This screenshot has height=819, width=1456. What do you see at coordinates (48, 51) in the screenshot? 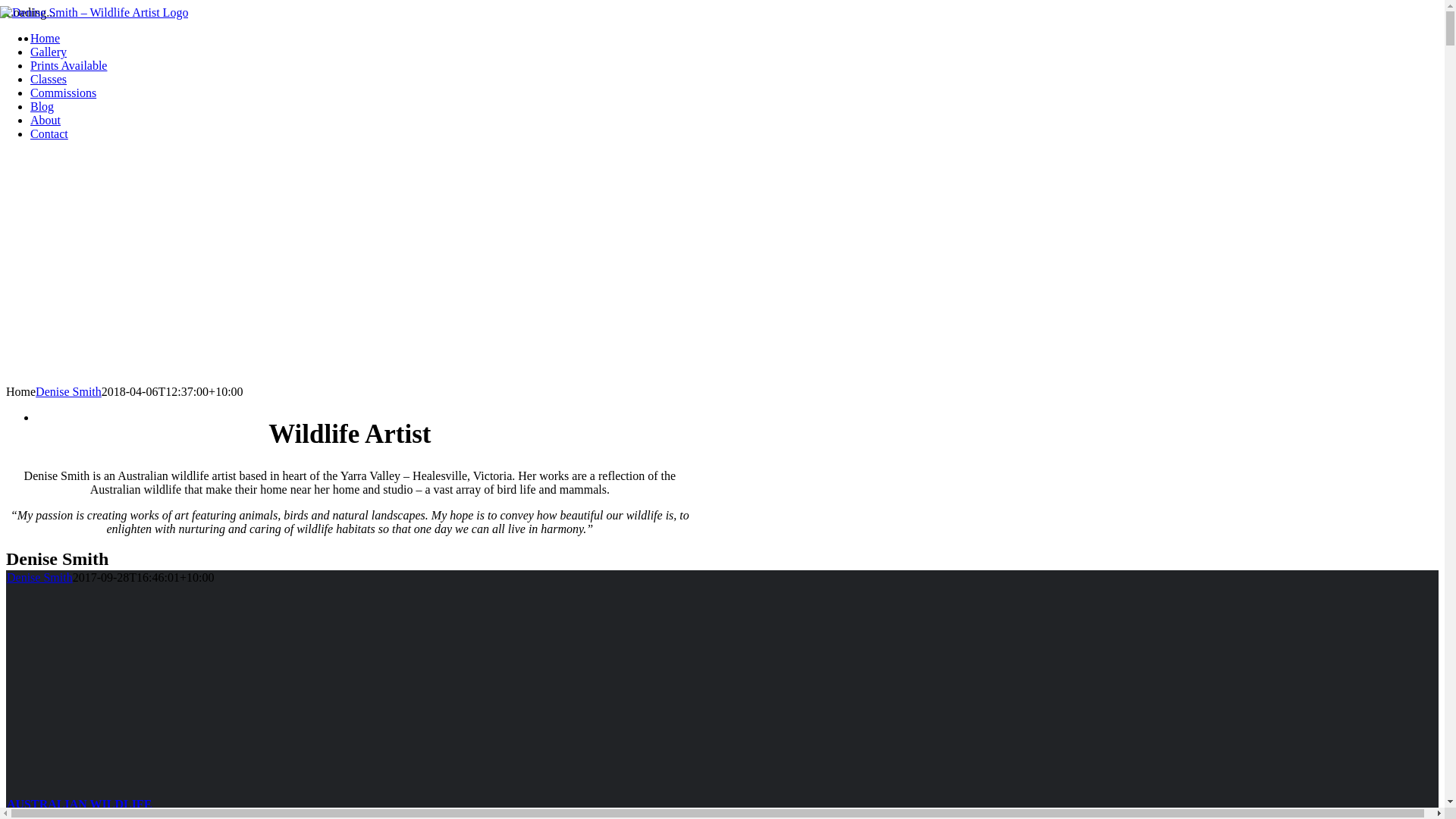
I see `'Gallery'` at bounding box center [48, 51].